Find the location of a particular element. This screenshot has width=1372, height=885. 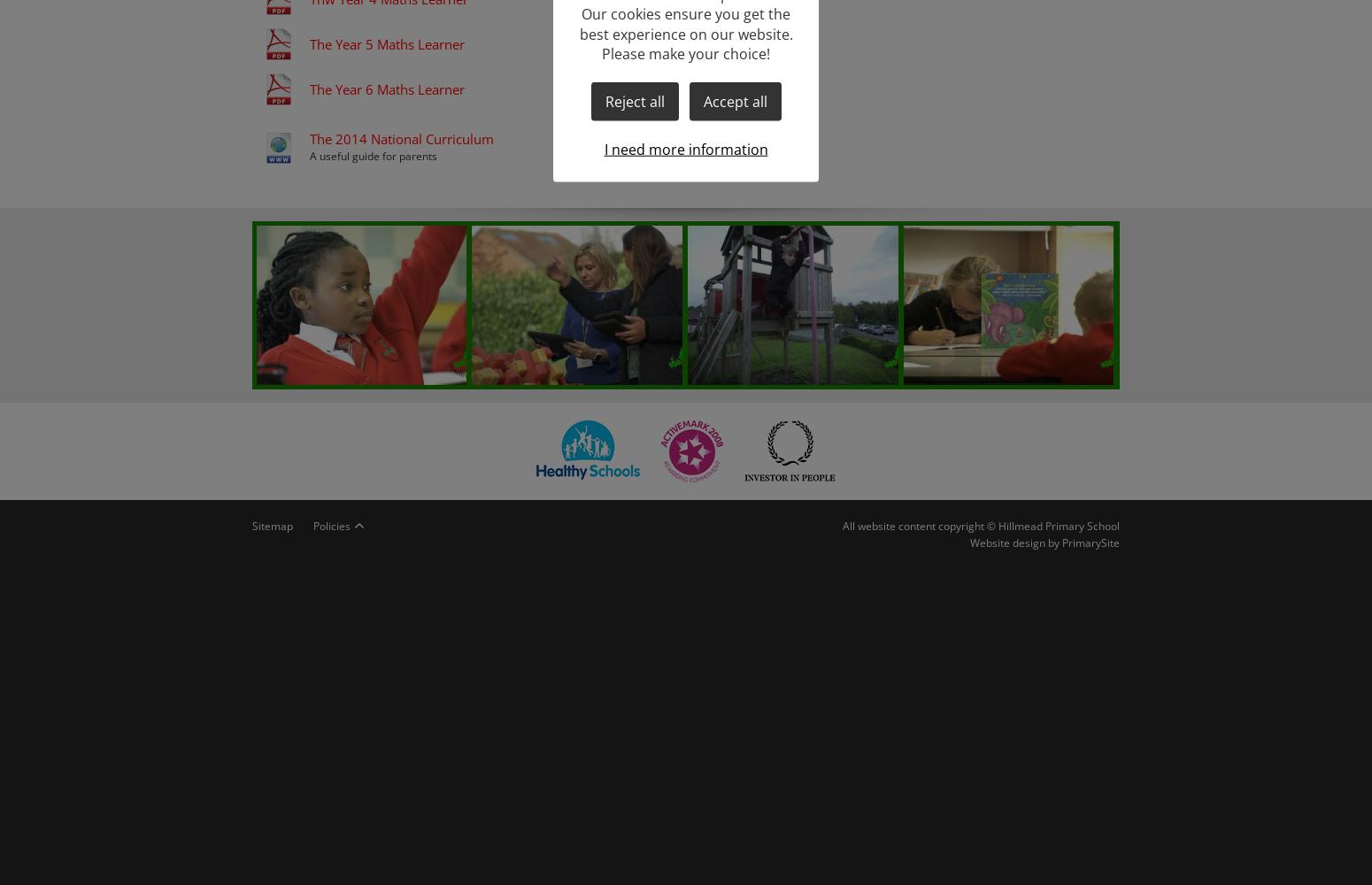

'I need more information' is located at coordinates (685, 149).